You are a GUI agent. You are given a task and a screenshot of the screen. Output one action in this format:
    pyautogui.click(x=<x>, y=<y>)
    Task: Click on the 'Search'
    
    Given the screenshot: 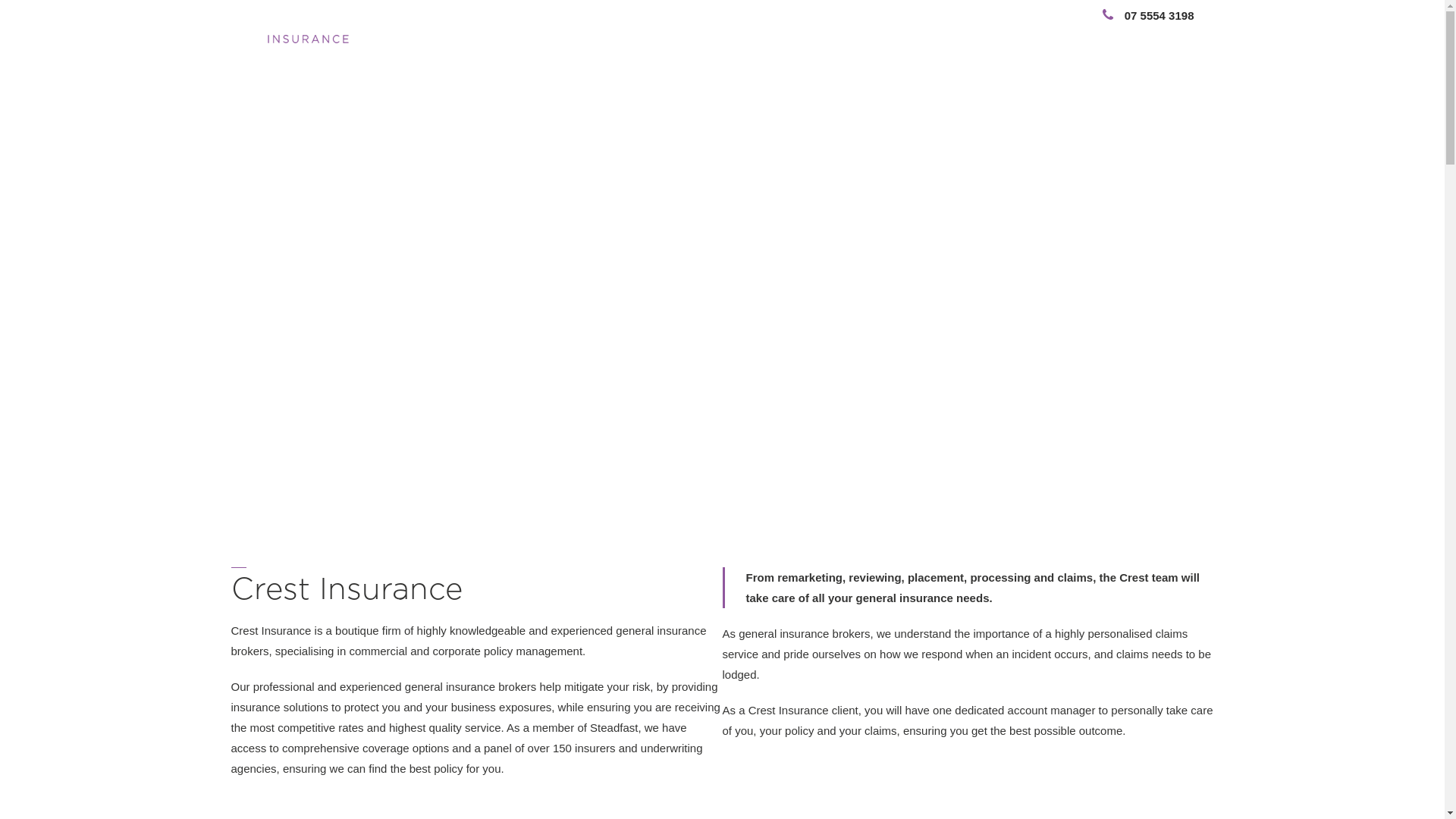 What is the action you would take?
    pyautogui.click(x=1143, y=34)
    